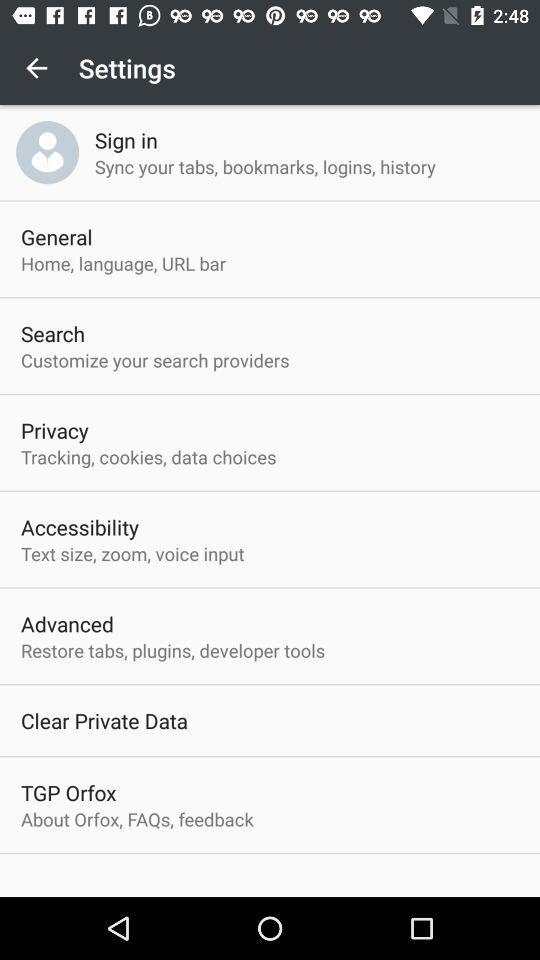 This screenshot has width=540, height=960. What do you see at coordinates (67, 792) in the screenshot?
I see `tgp orfox` at bounding box center [67, 792].